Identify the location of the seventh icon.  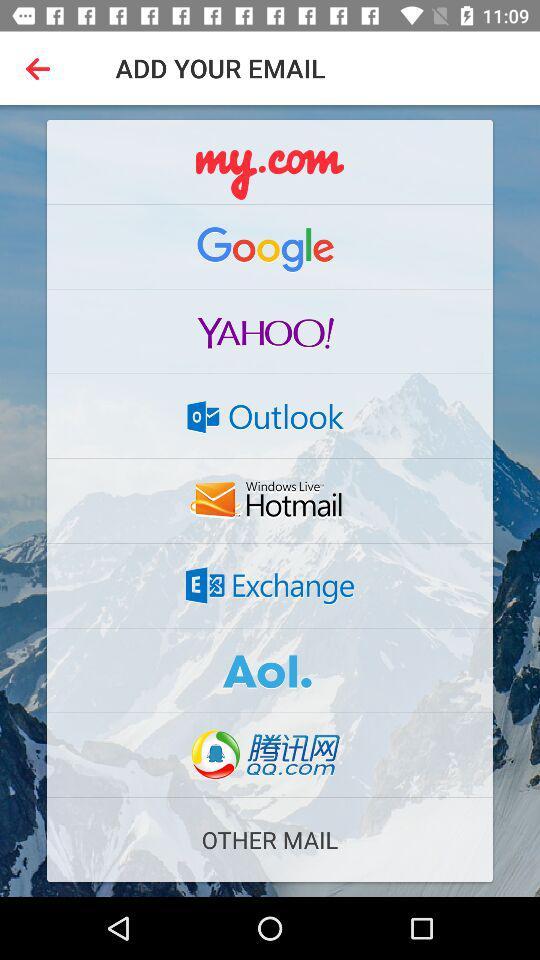
(270, 671).